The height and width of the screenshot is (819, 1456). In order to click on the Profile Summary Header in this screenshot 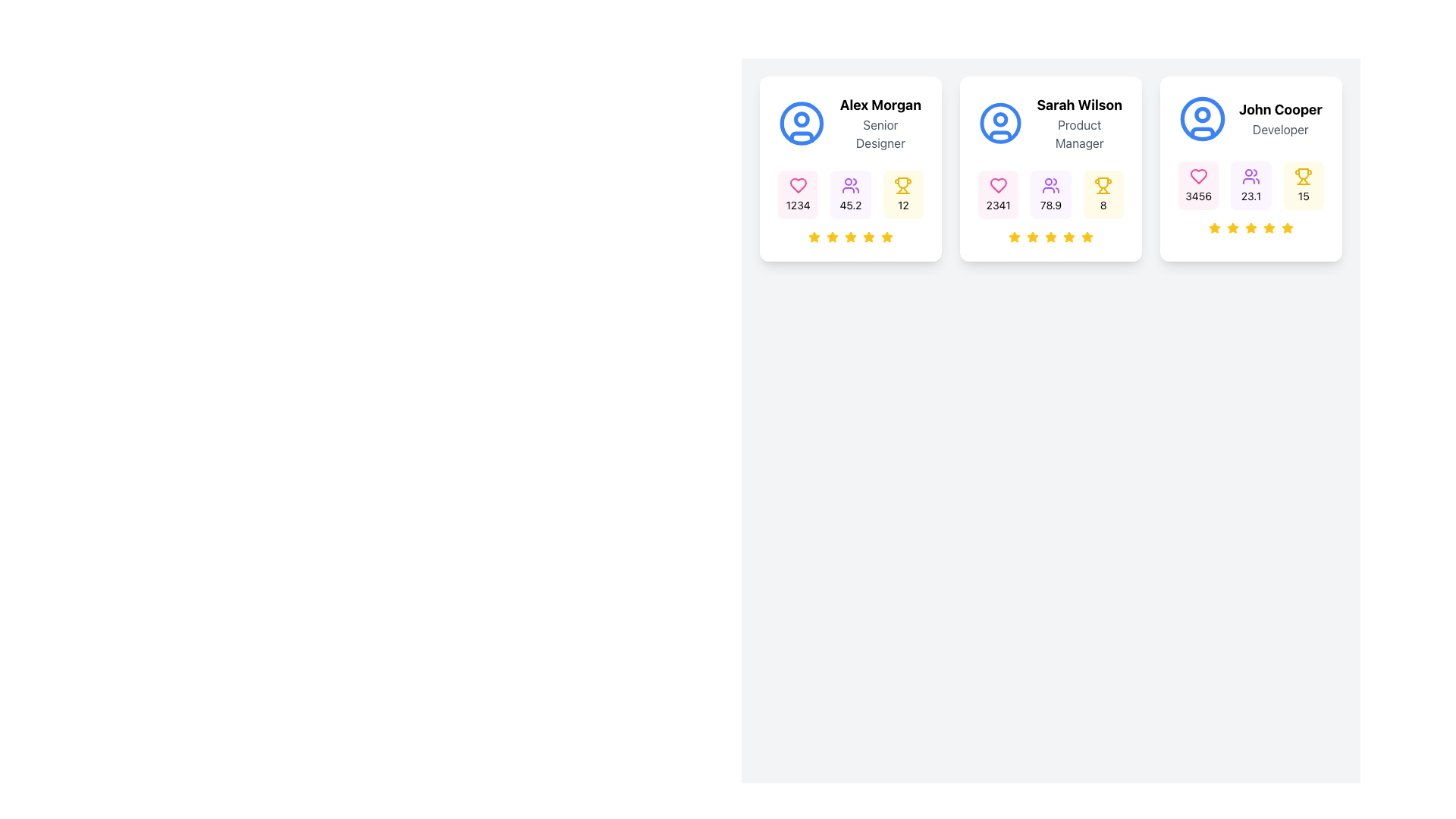, I will do `click(1251, 118)`.